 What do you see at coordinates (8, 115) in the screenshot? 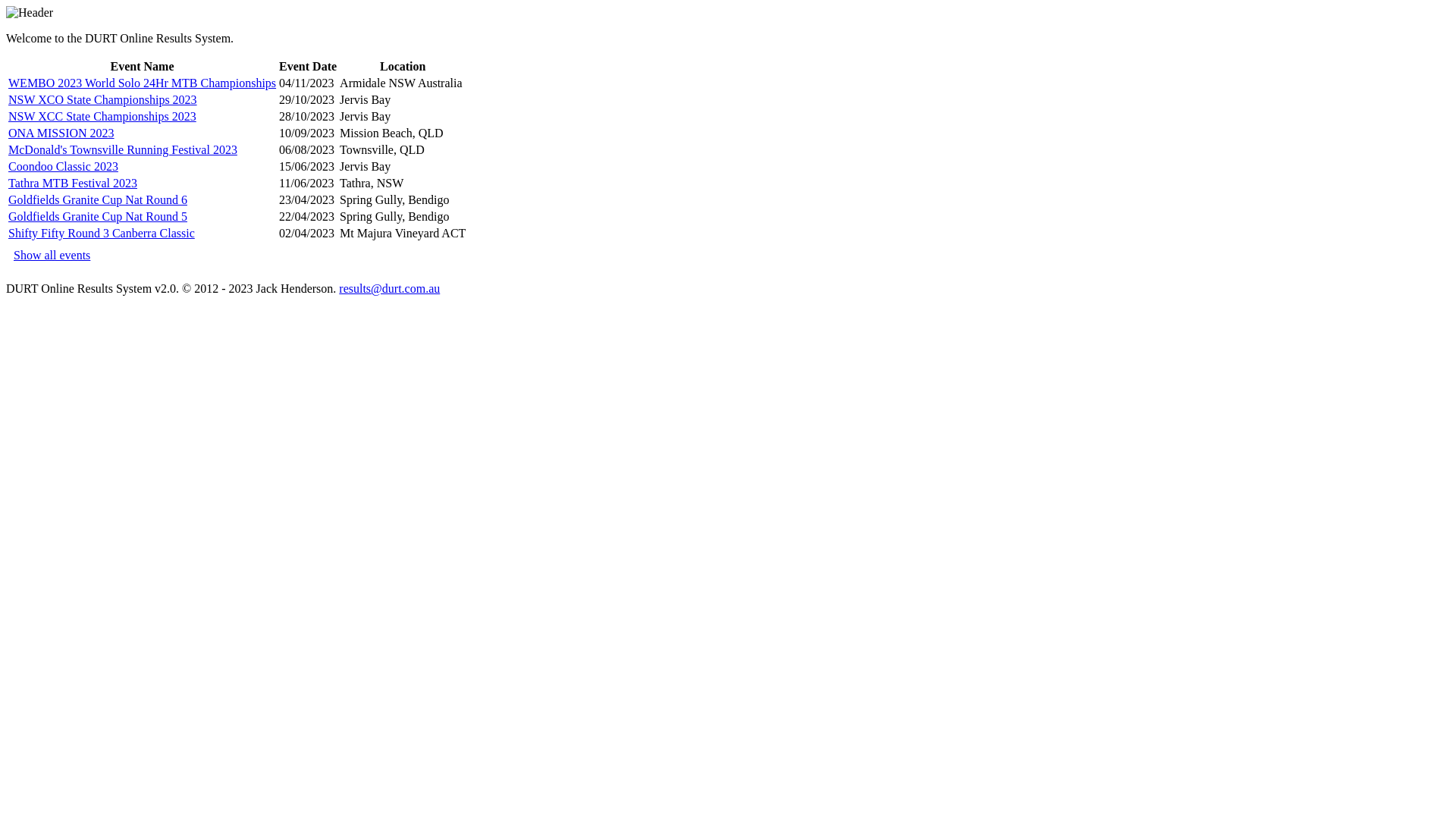
I see `'NSW XCC State Championships 2023'` at bounding box center [8, 115].